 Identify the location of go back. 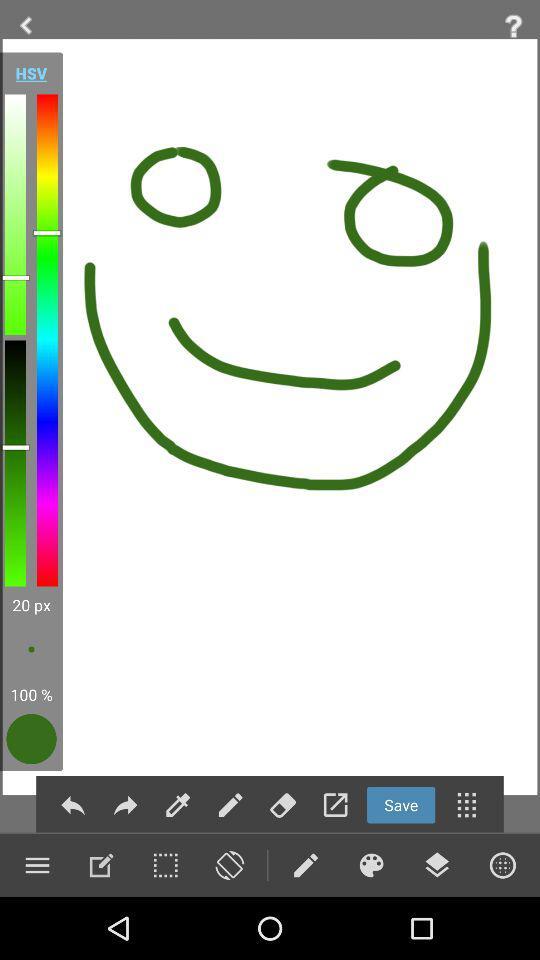
(25, 25).